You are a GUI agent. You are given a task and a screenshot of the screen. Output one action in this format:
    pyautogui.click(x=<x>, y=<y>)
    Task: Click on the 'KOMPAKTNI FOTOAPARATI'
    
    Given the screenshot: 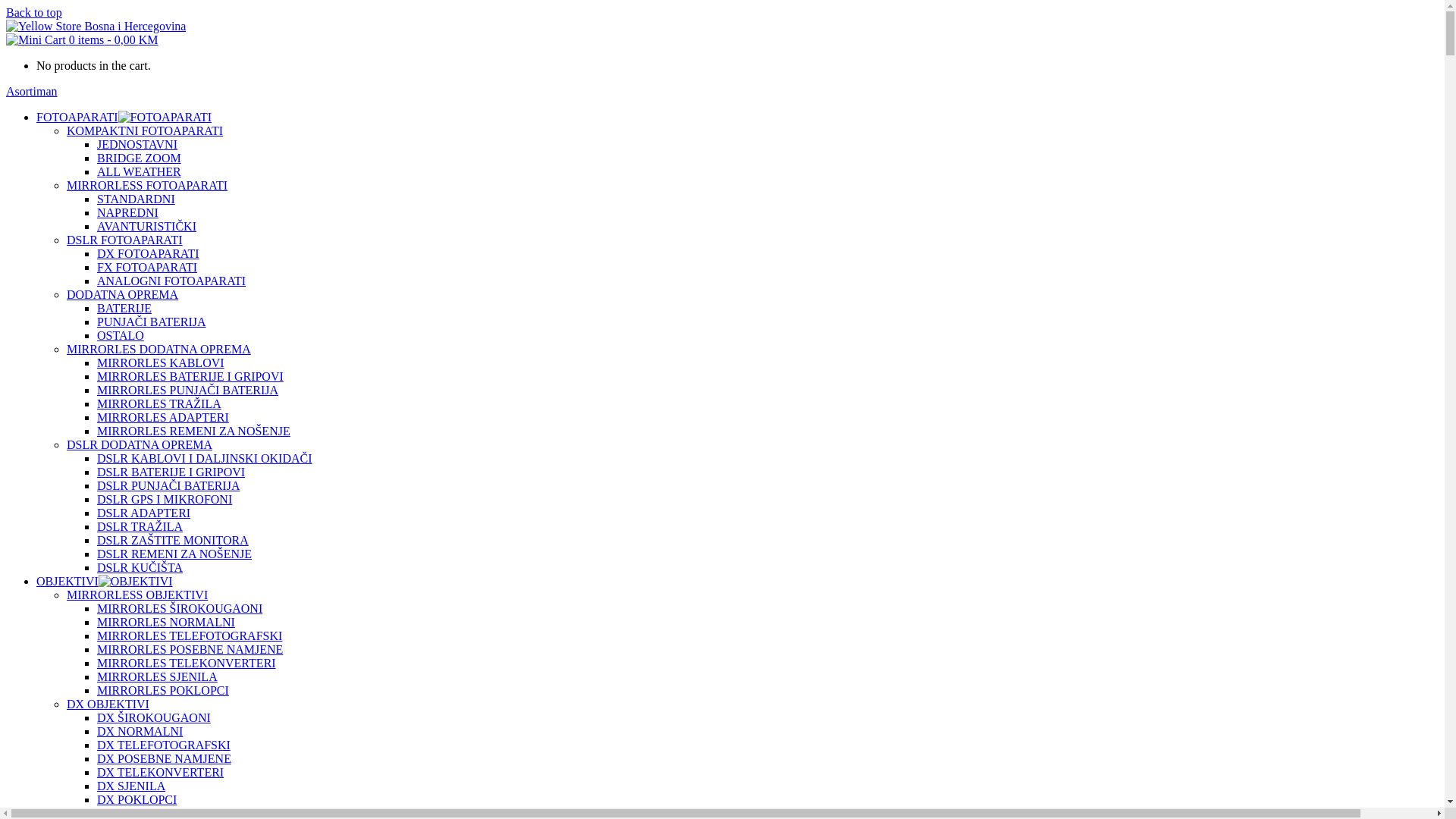 What is the action you would take?
    pyautogui.click(x=145, y=130)
    